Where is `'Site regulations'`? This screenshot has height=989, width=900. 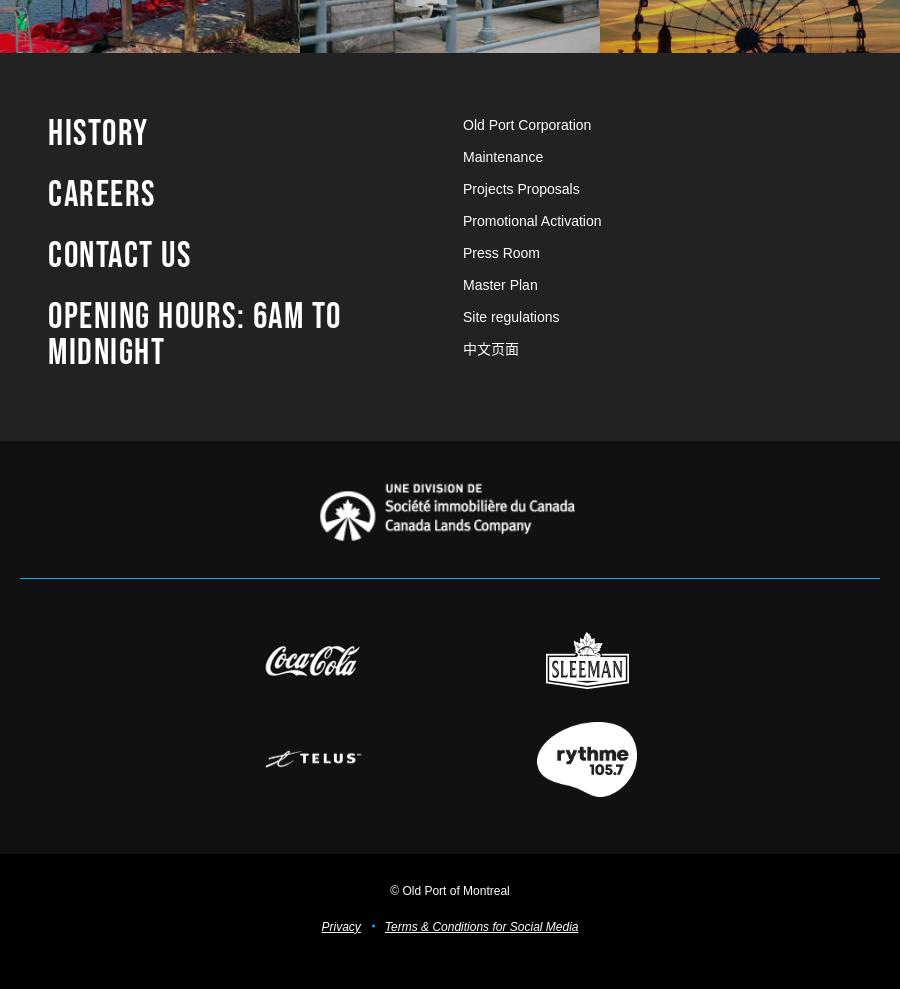 'Site regulations' is located at coordinates (510, 315).